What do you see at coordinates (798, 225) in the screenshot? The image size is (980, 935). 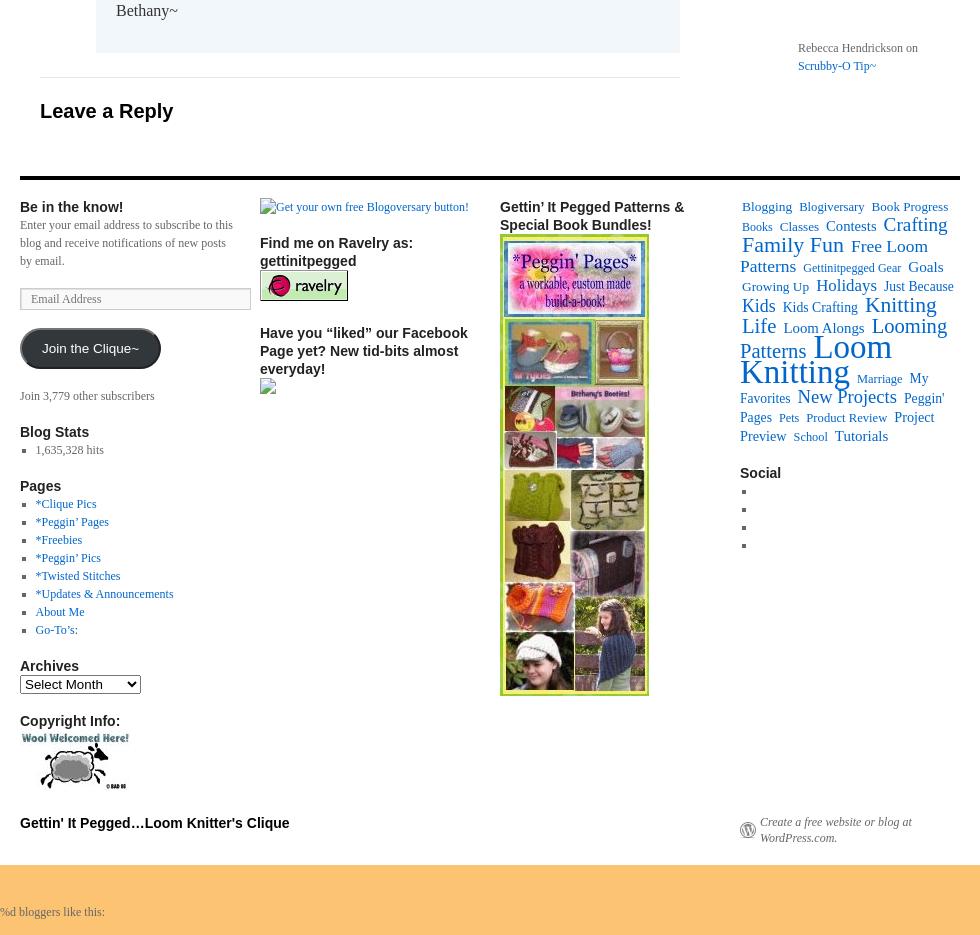 I see `'Classes'` at bounding box center [798, 225].